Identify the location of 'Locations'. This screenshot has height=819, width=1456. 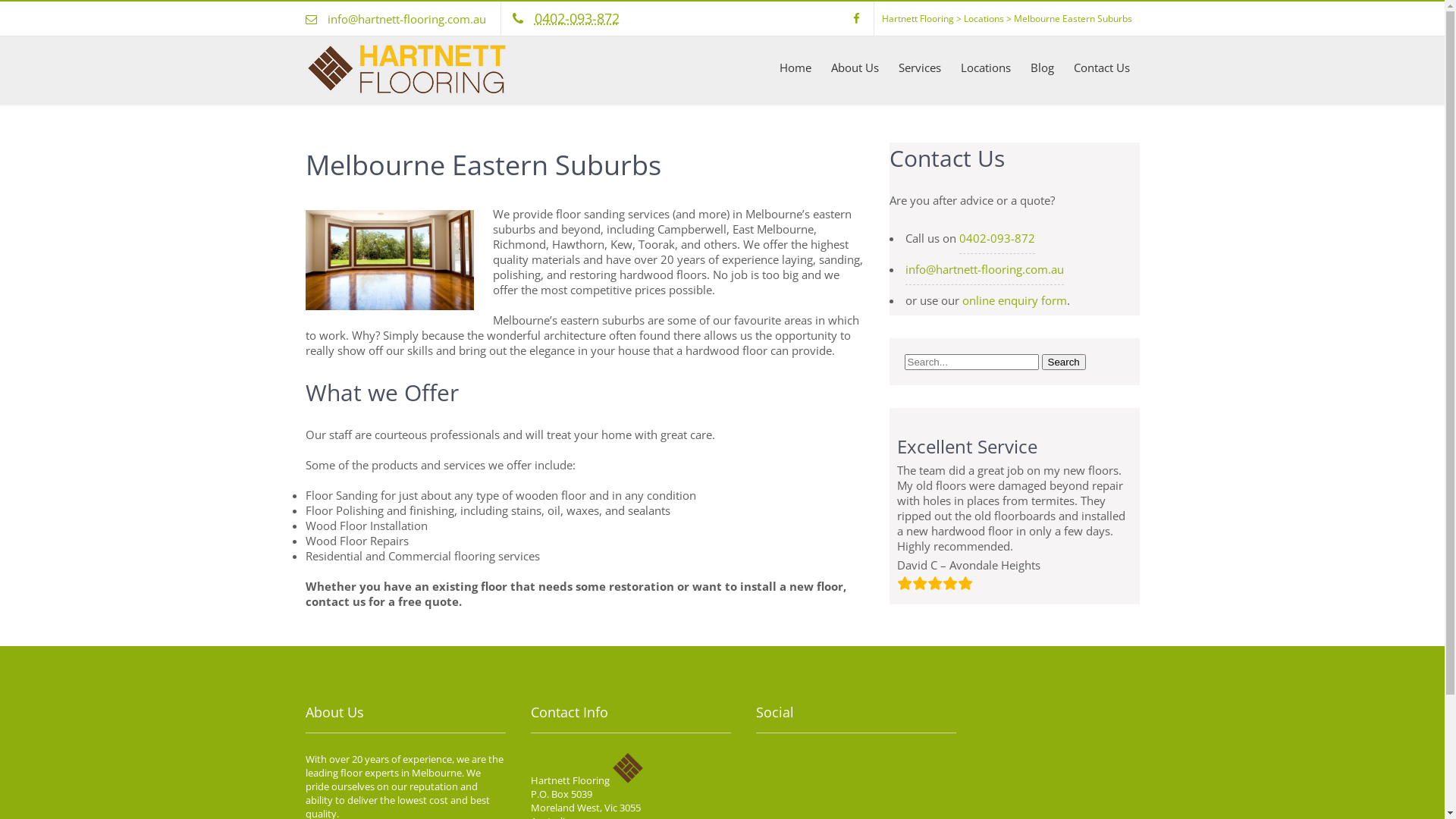
(983, 18).